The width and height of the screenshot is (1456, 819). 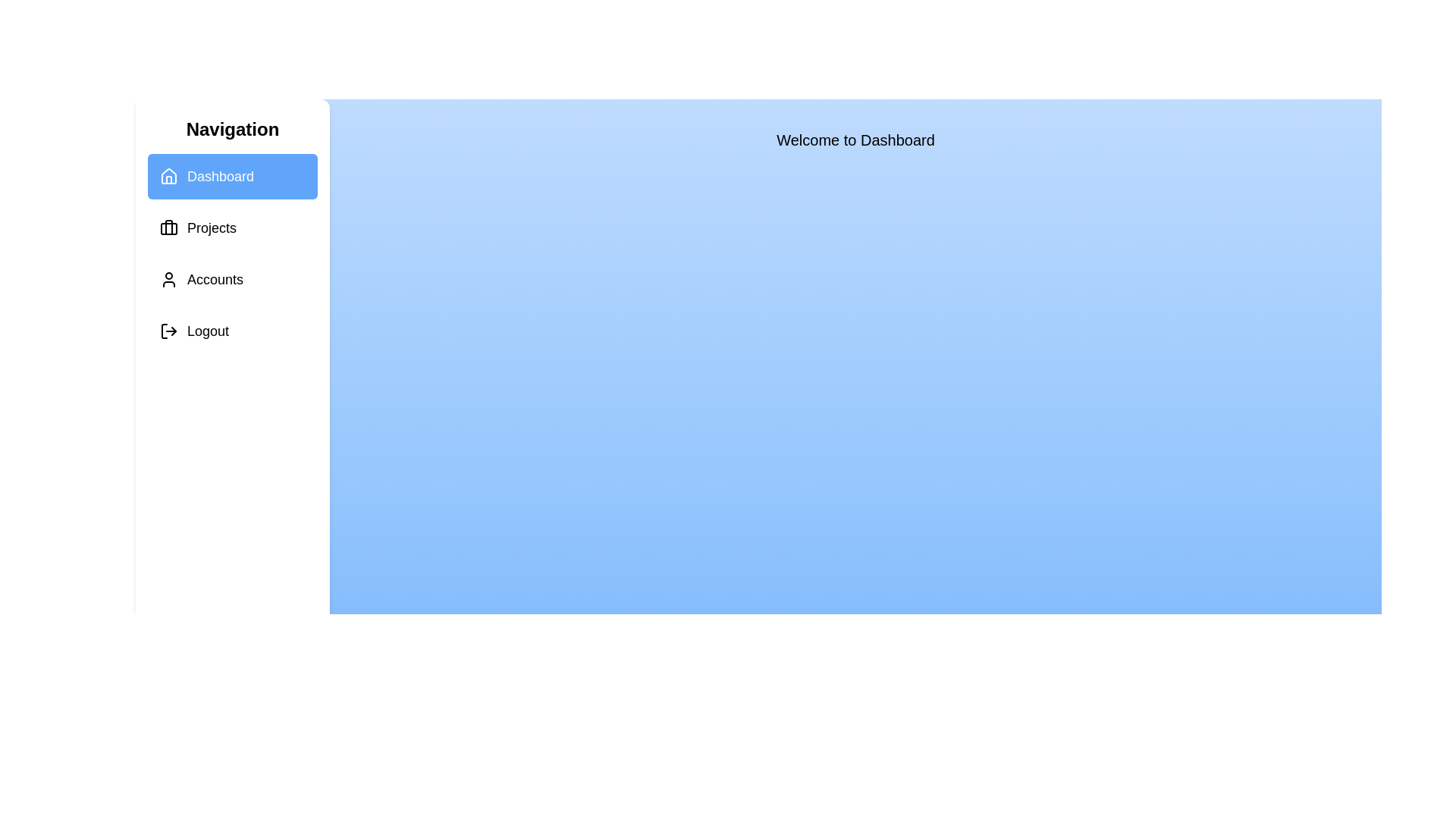 What do you see at coordinates (168, 330) in the screenshot?
I see `the icon corresponding to Logout in the sidebar to observe visual feedback` at bounding box center [168, 330].